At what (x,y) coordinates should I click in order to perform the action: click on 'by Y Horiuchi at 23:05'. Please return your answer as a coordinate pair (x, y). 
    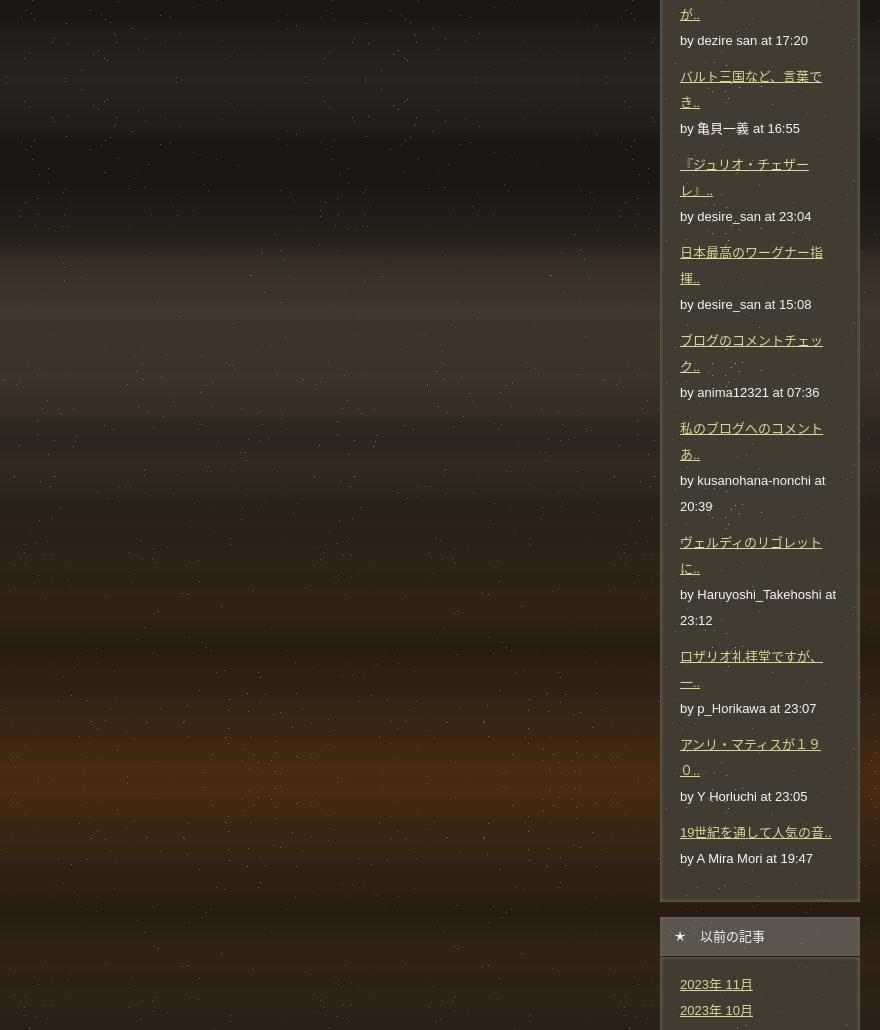
    Looking at the image, I should click on (742, 794).